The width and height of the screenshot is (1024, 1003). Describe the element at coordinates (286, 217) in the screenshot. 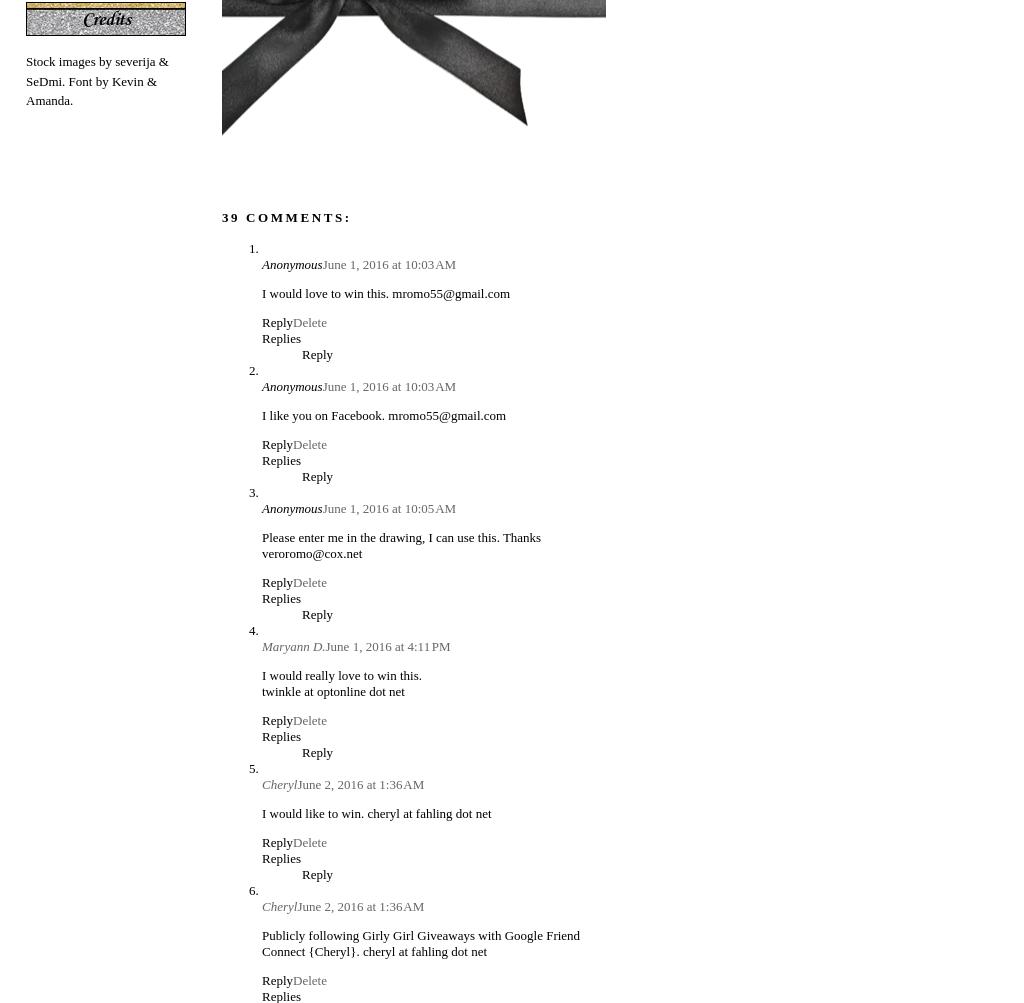

I see `'39 comments:'` at that location.